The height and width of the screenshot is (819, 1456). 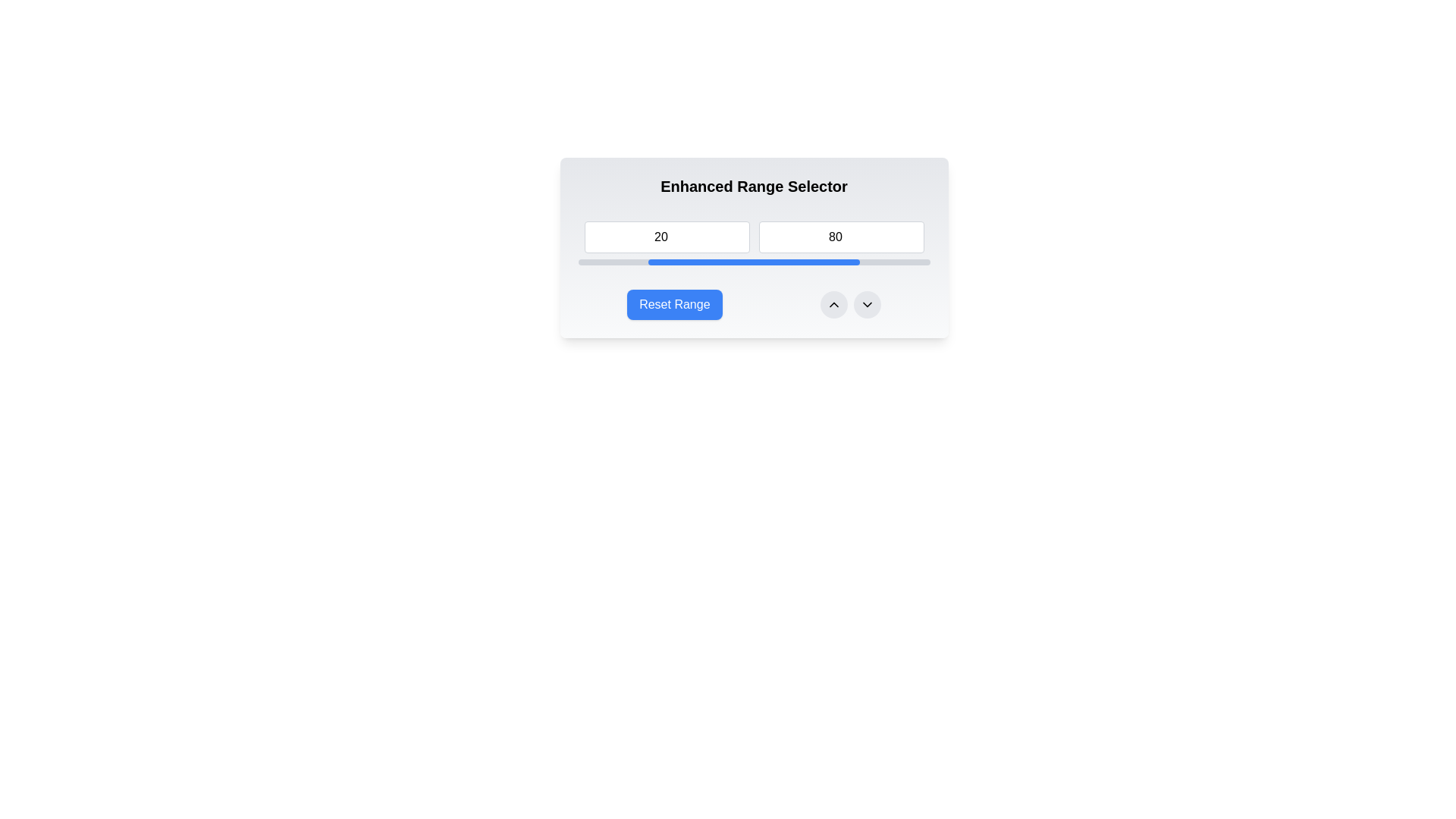 What do you see at coordinates (667, 237) in the screenshot?
I see `the first numeric input box located at the top center of the interface` at bounding box center [667, 237].